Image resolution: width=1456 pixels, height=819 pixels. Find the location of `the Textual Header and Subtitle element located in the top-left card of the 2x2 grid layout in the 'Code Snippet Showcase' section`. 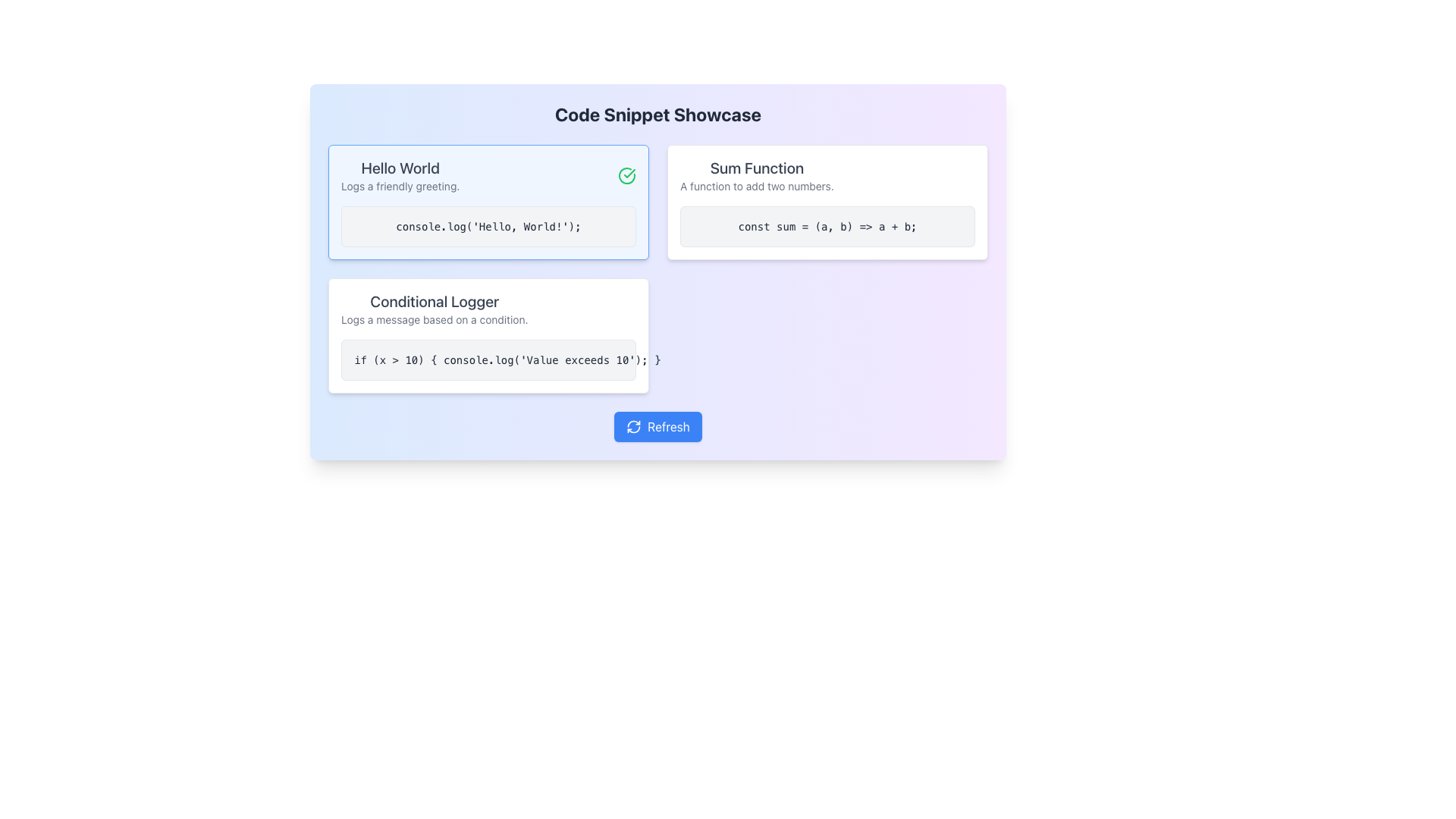

the Textual Header and Subtitle element located in the top-left card of the 2x2 grid layout in the 'Code Snippet Showcase' section is located at coordinates (400, 174).